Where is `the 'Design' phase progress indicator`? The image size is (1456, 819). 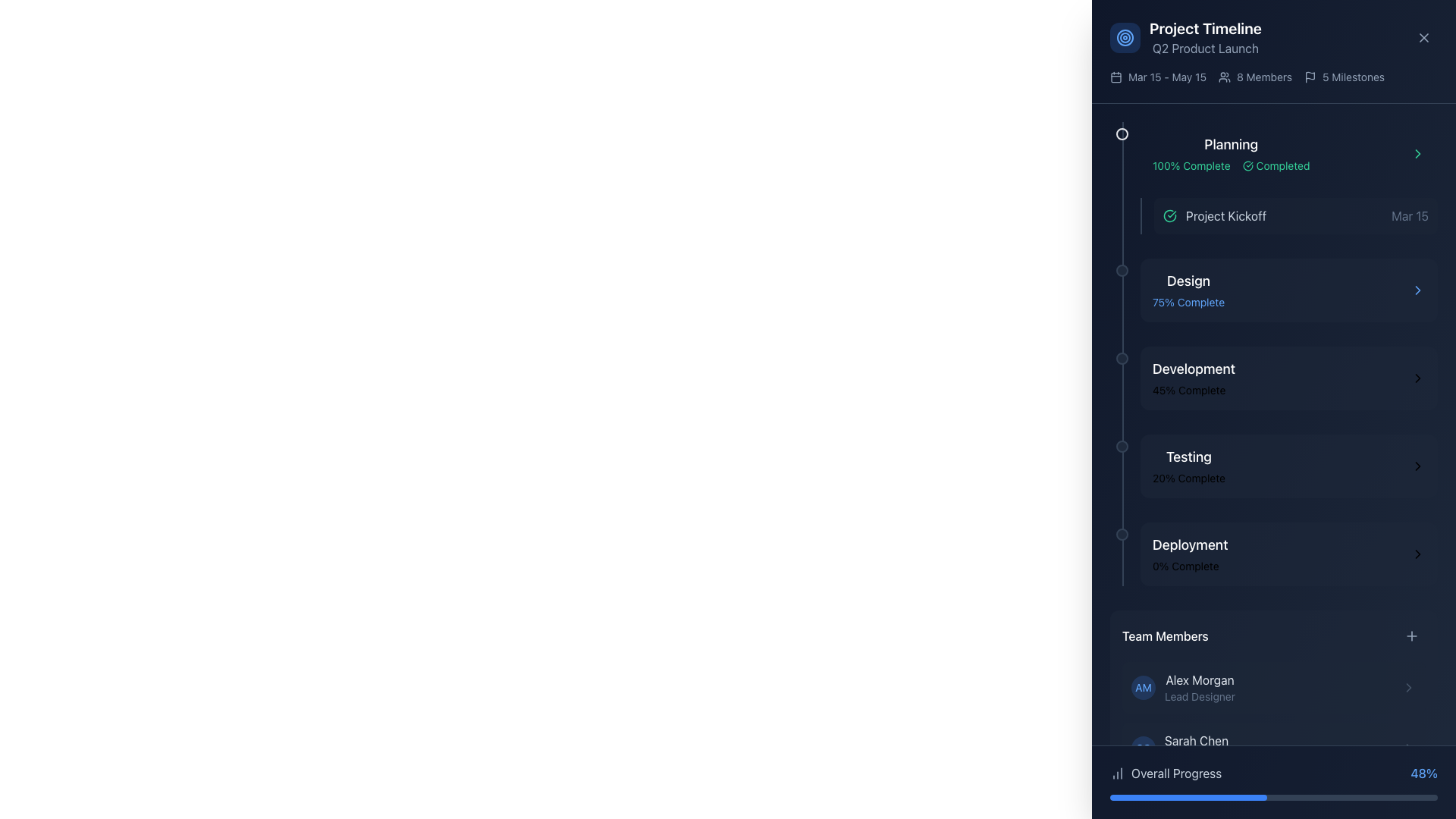
the 'Design' phase progress indicator is located at coordinates (1274, 290).